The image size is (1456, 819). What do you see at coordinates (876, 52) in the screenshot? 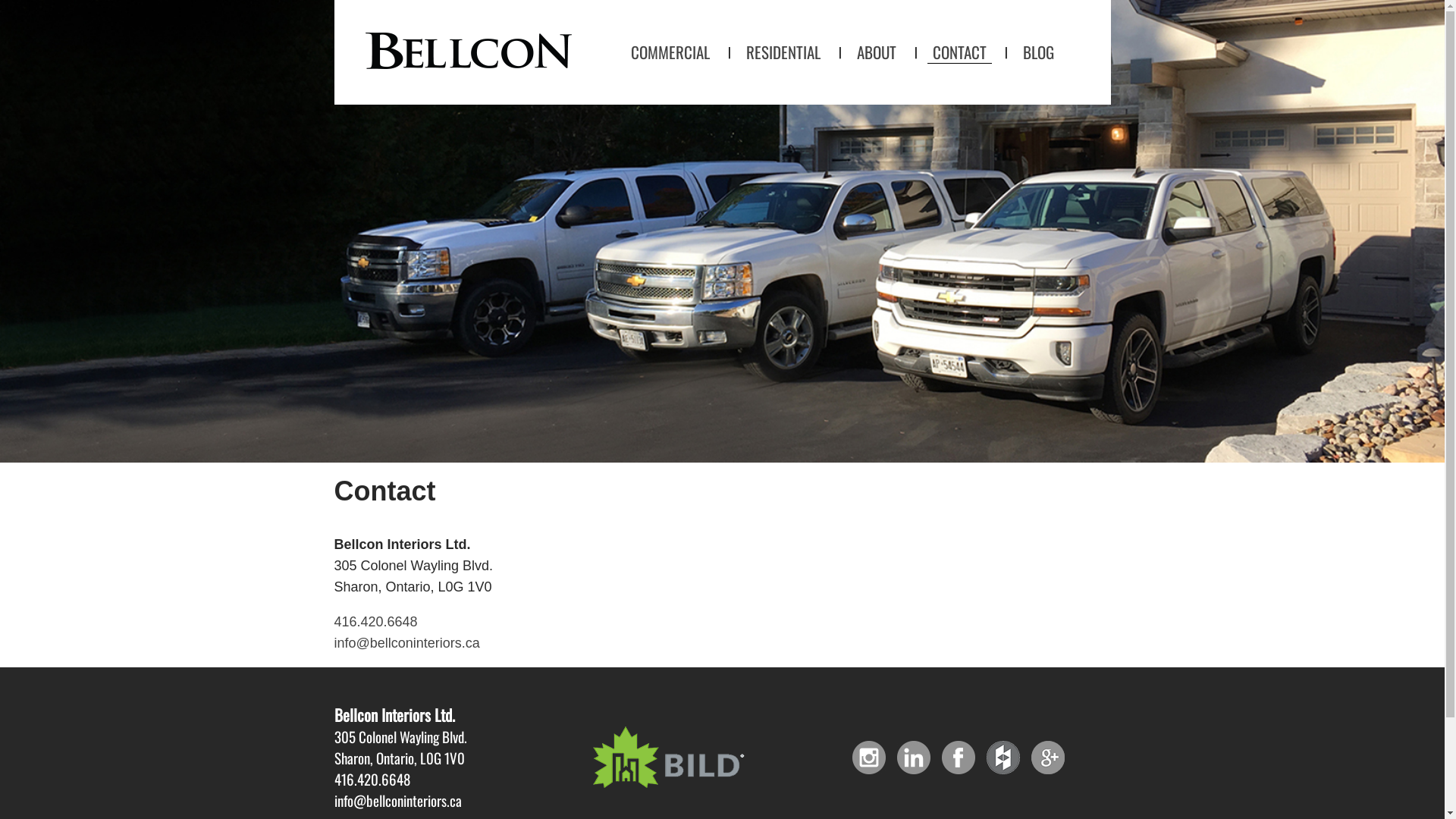
I see `'ABOUT'` at bounding box center [876, 52].